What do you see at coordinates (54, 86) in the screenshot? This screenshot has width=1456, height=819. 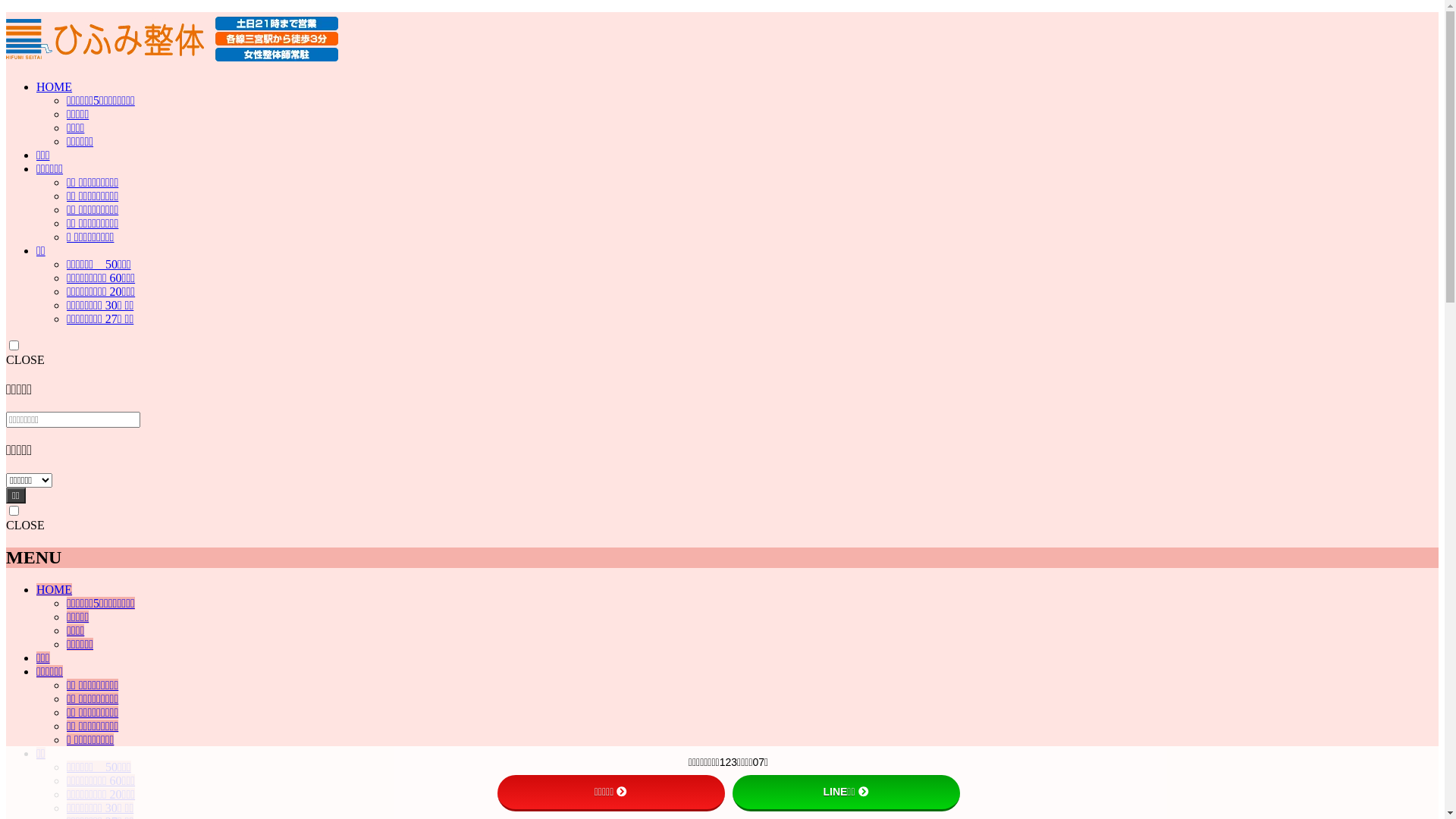 I see `'HOME'` at bounding box center [54, 86].